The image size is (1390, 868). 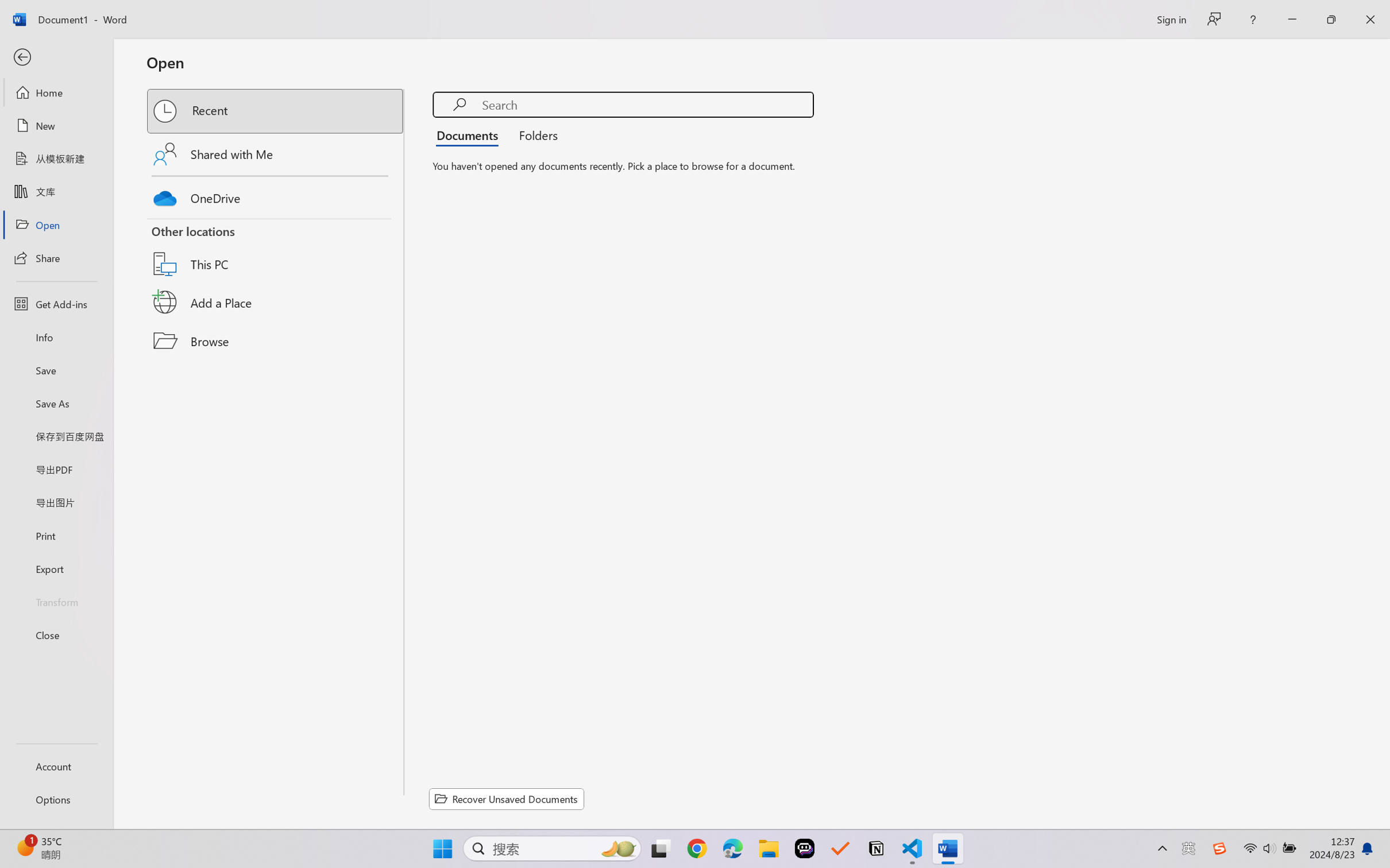 I want to click on 'Recent', so click(x=276, y=110).